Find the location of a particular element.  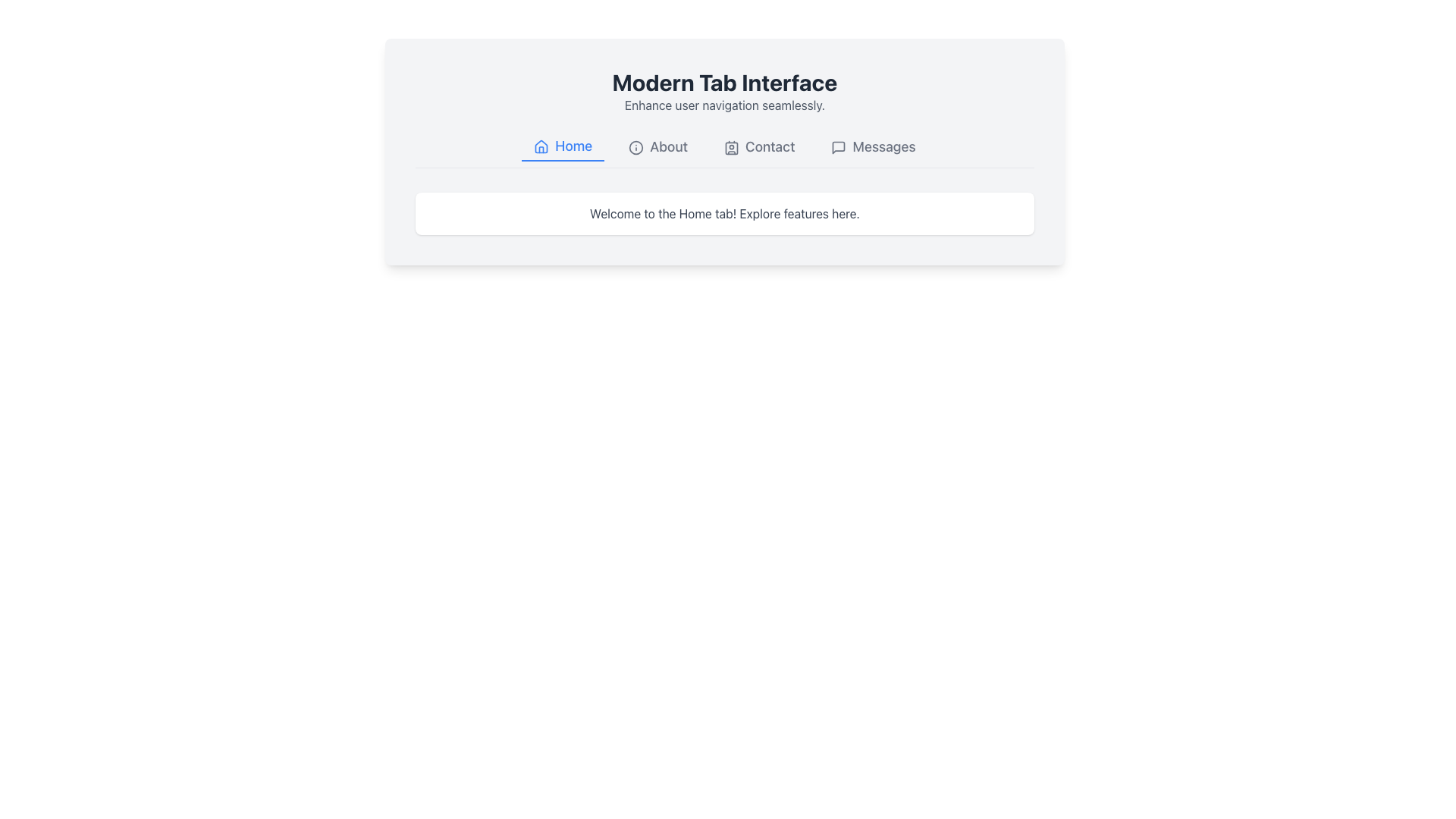

the 'About' navigation link, which is styled in gray and has an information icon is located at coordinates (658, 146).